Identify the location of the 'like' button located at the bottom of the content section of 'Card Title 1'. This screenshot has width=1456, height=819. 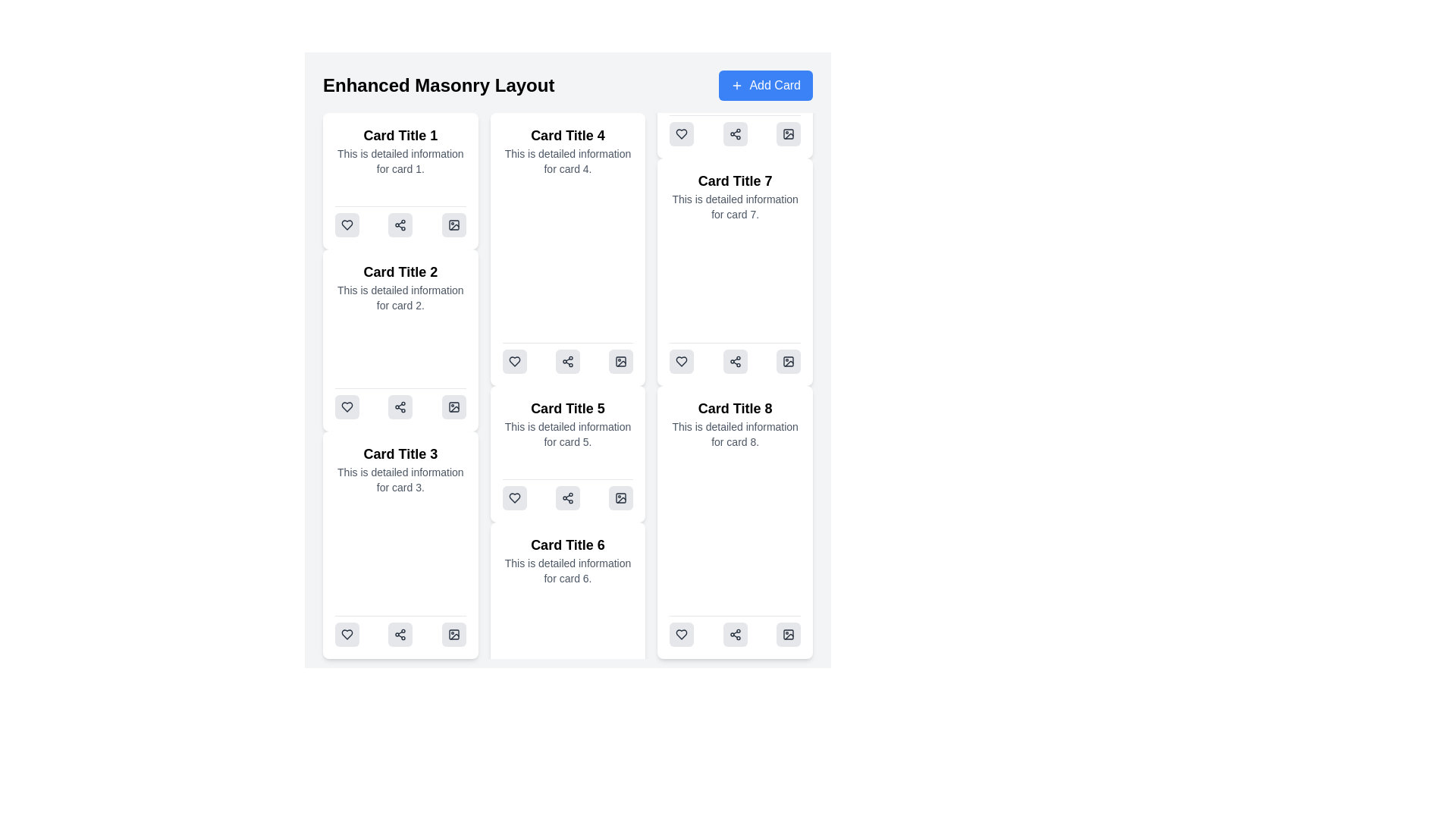
(346, 225).